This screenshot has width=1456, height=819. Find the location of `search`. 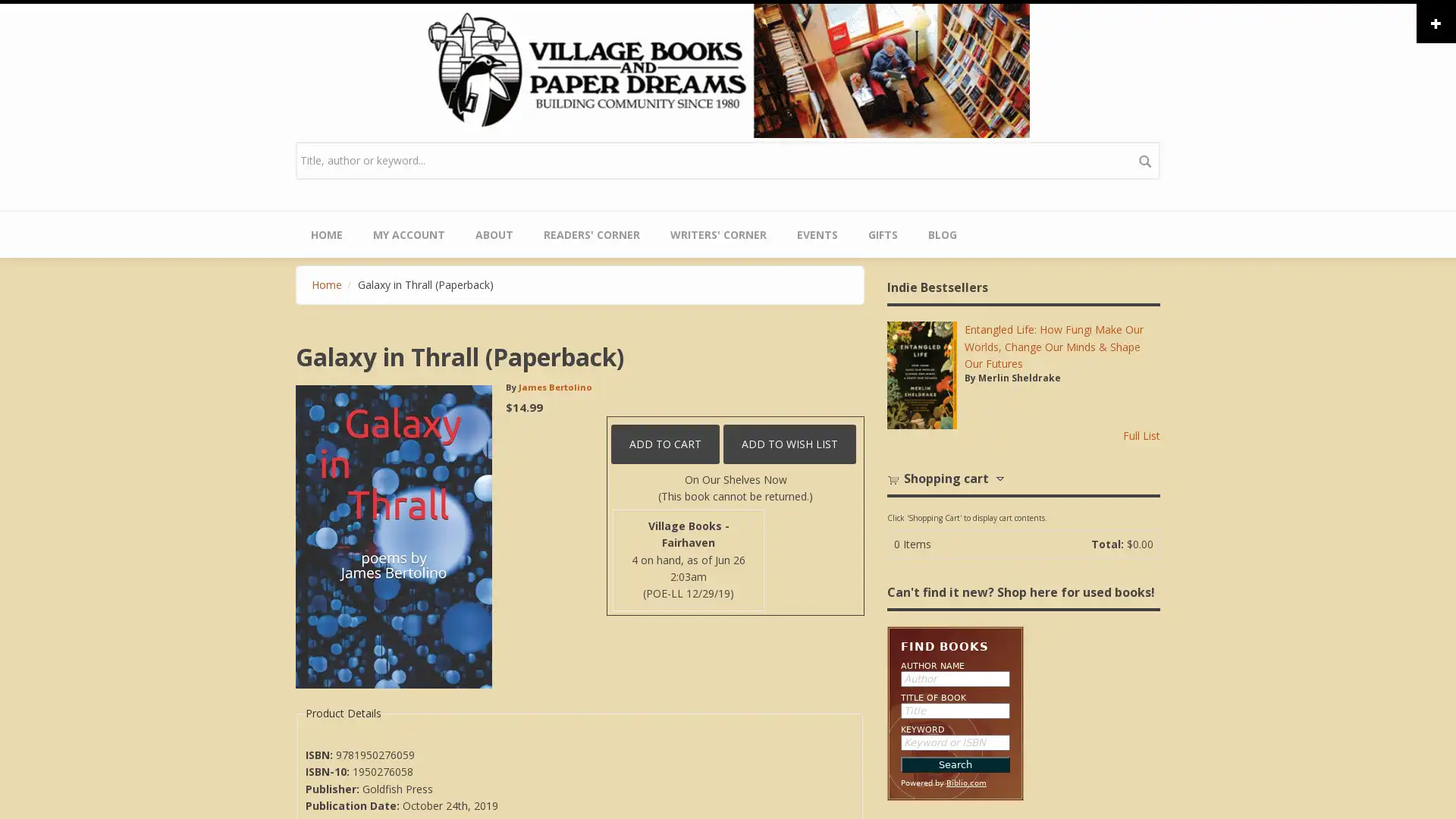

search is located at coordinates (1145, 161).